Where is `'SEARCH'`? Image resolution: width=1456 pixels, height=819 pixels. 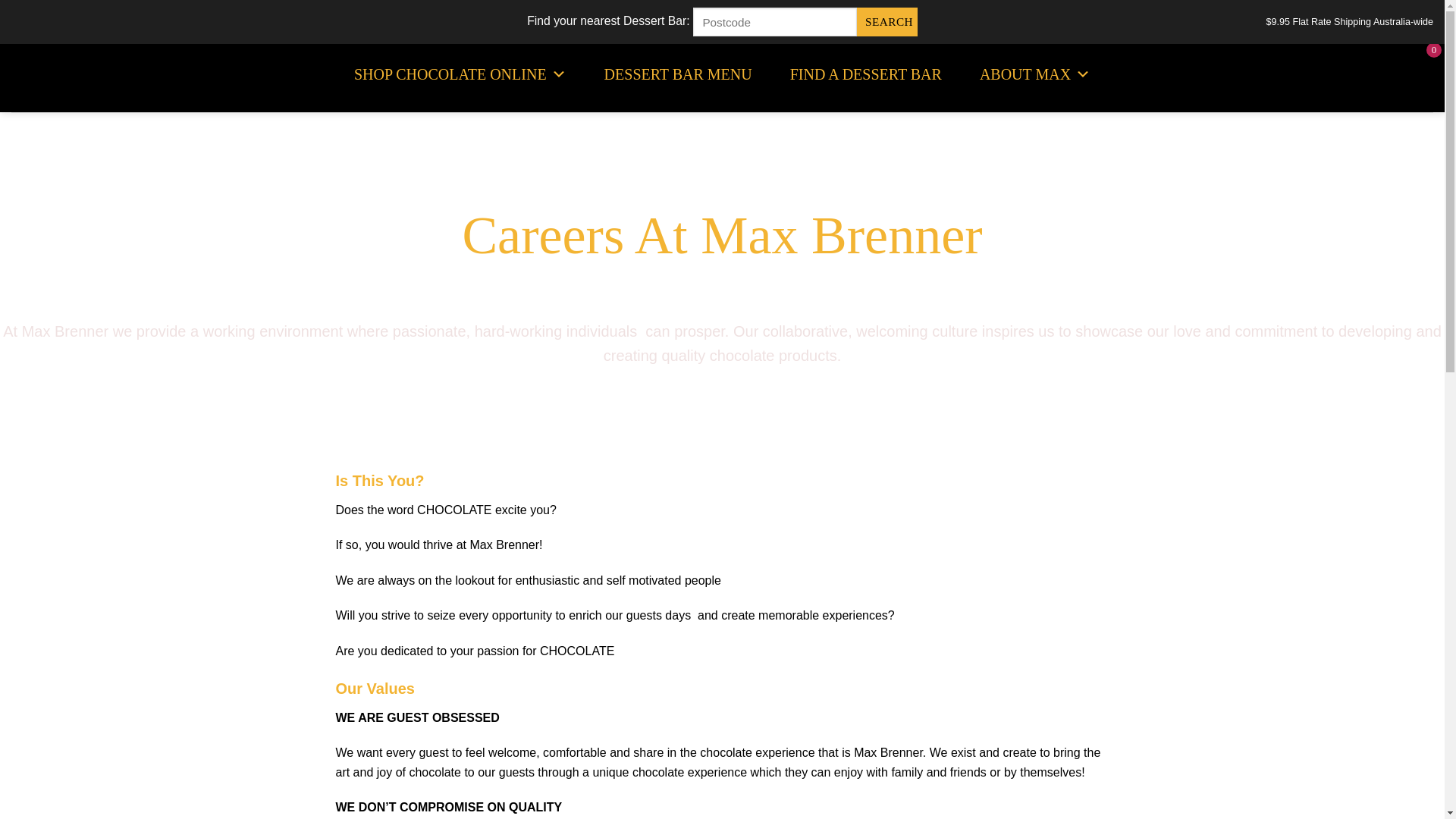
'SEARCH' is located at coordinates (856, 22).